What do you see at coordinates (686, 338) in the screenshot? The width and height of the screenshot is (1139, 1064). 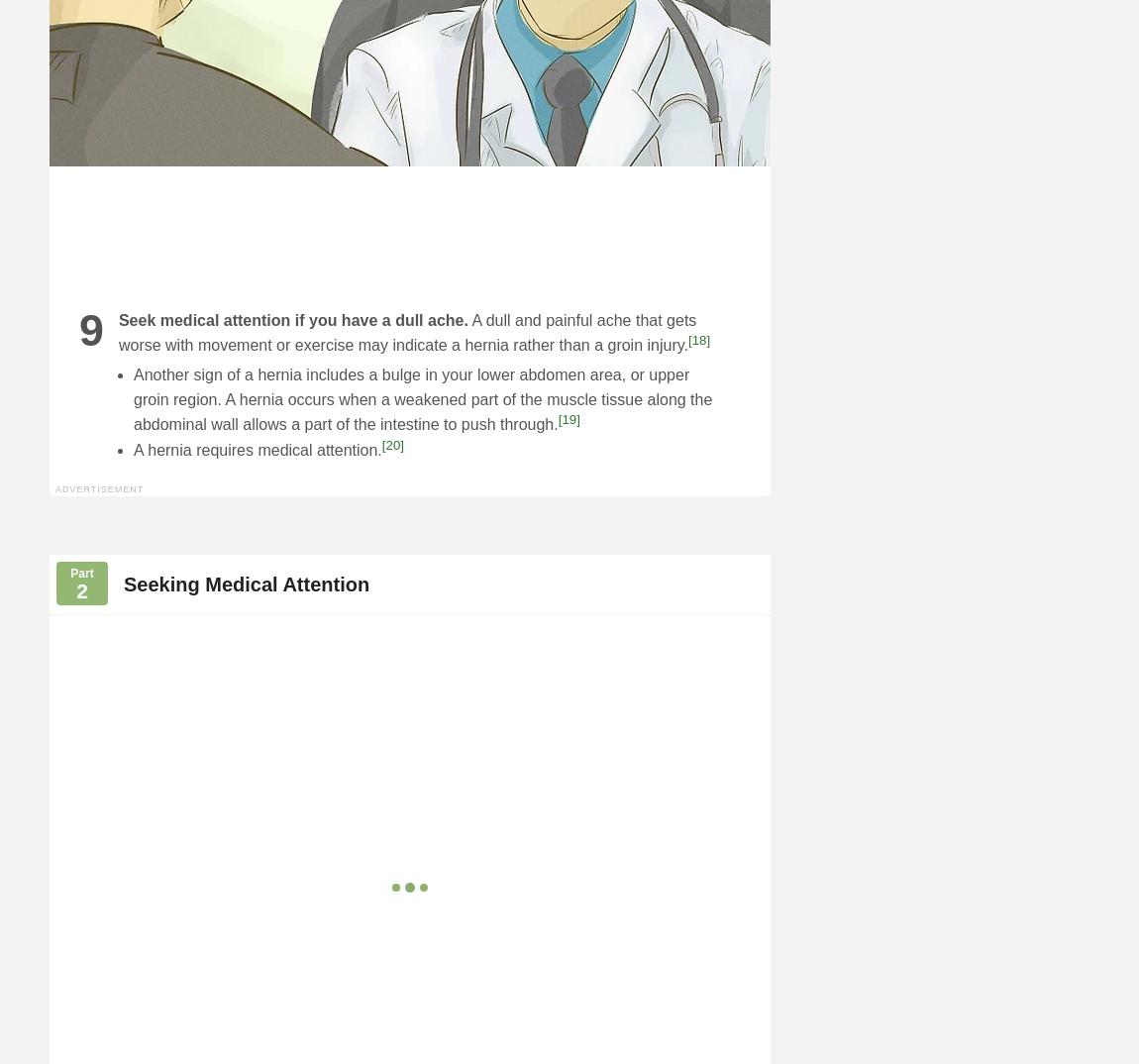 I see `'[18]'` at bounding box center [686, 338].